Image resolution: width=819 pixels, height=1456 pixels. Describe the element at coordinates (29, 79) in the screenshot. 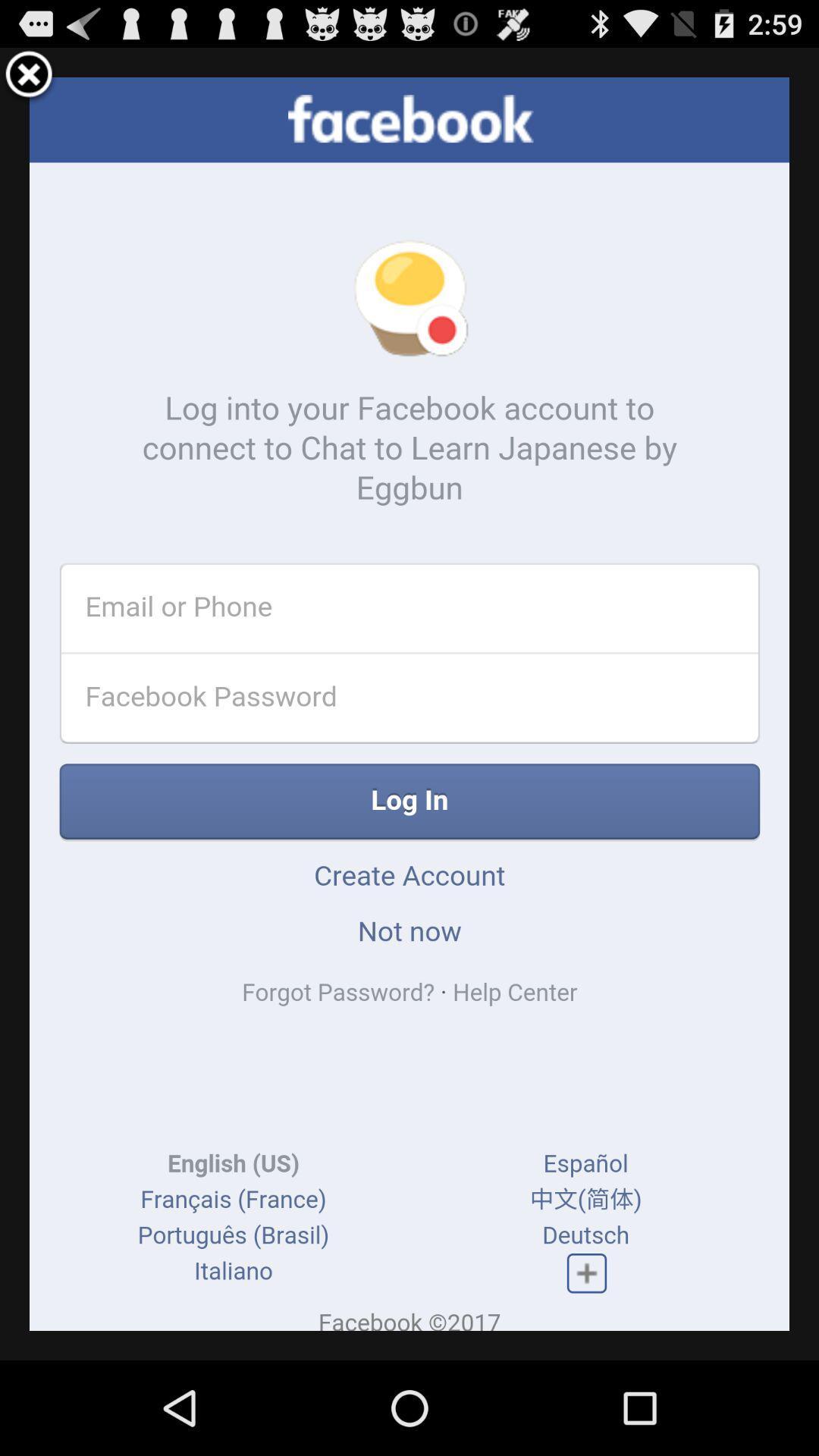

I see `the close icon` at that location.